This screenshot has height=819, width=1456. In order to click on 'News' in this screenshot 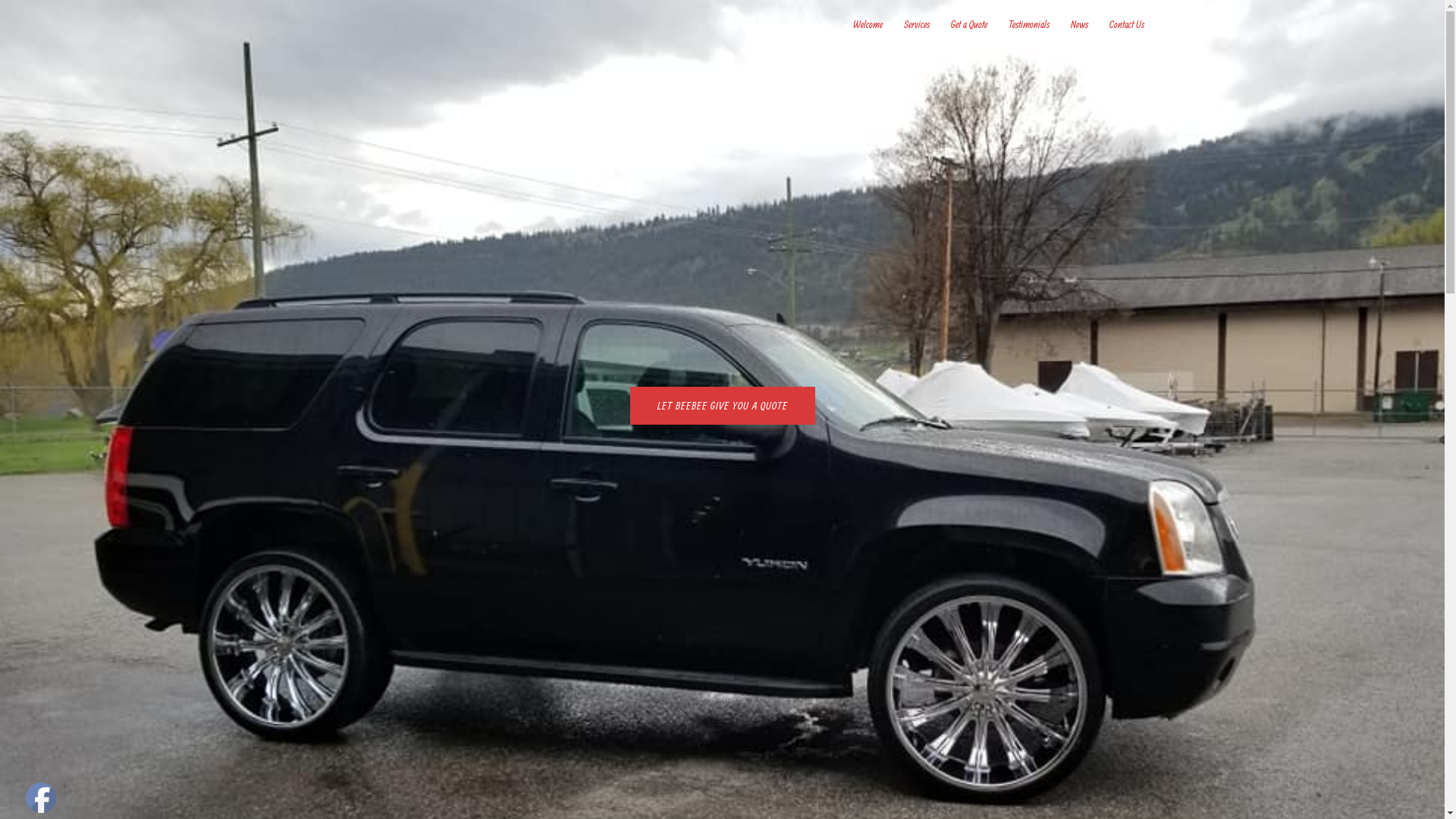, I will do `click(1078, 25)`.